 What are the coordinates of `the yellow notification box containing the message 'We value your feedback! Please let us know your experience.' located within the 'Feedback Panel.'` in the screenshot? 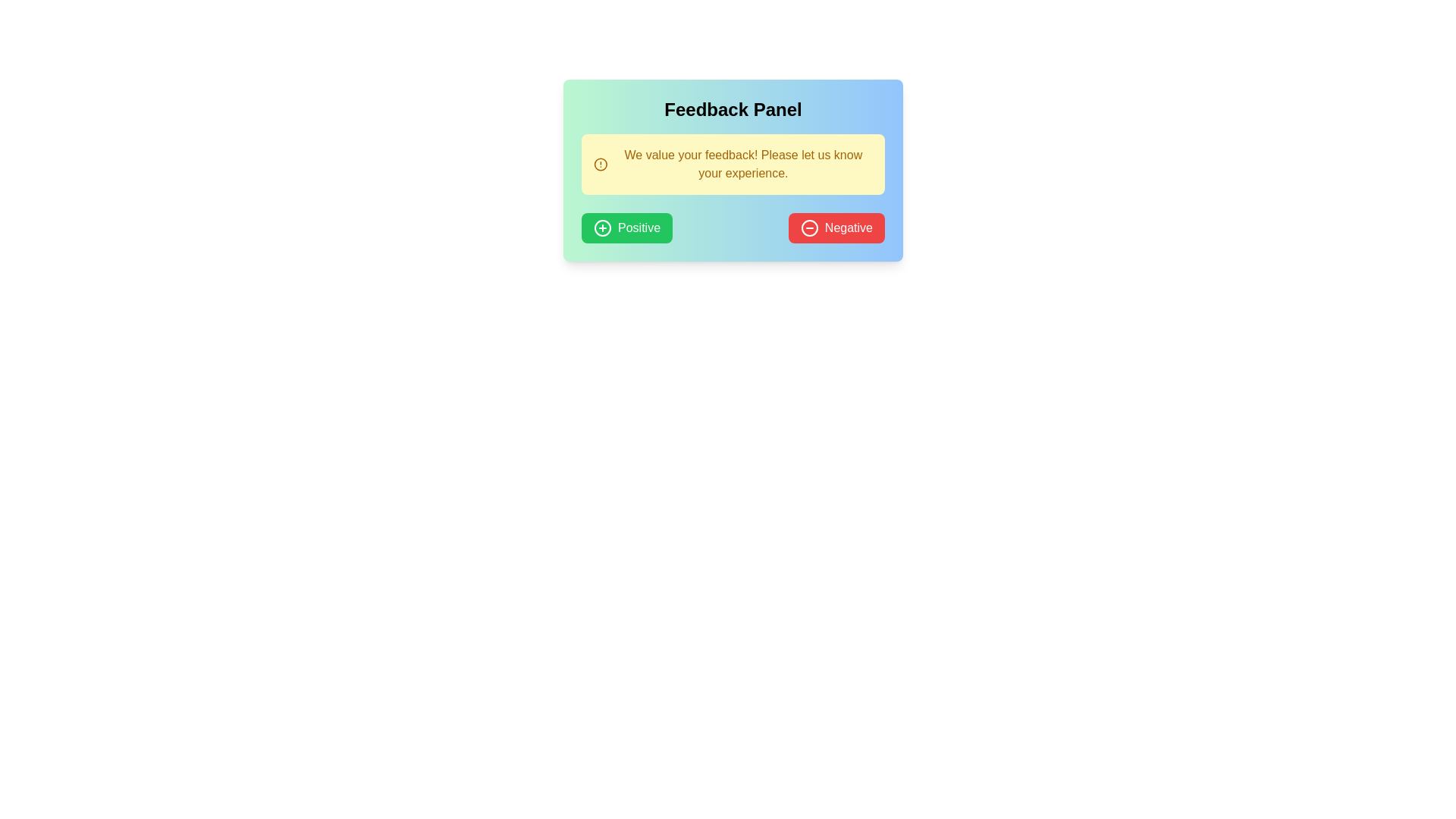 It's located at (733, 164).